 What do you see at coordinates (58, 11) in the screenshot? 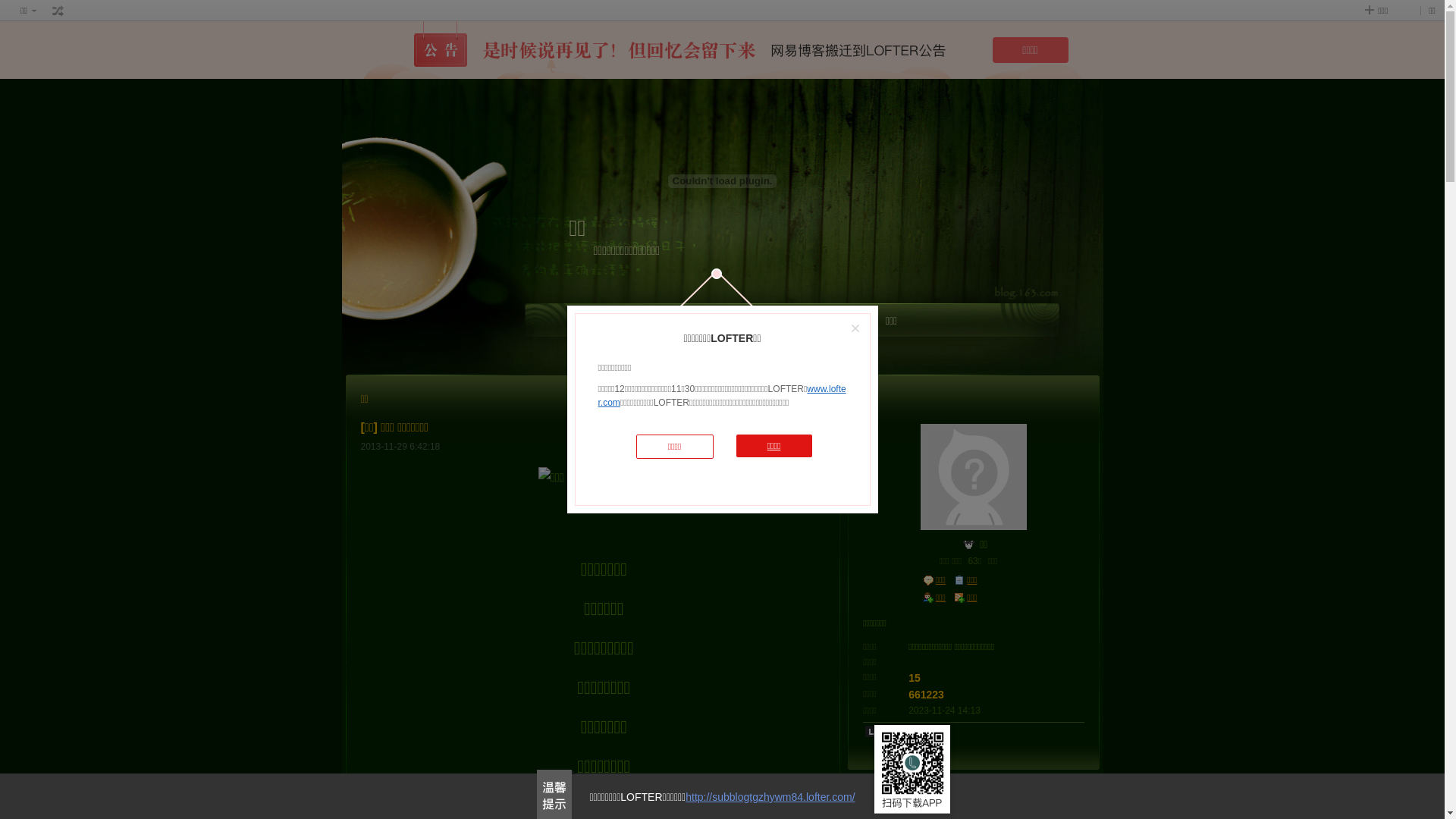
I see `' '` at bounding box center [58, 11].